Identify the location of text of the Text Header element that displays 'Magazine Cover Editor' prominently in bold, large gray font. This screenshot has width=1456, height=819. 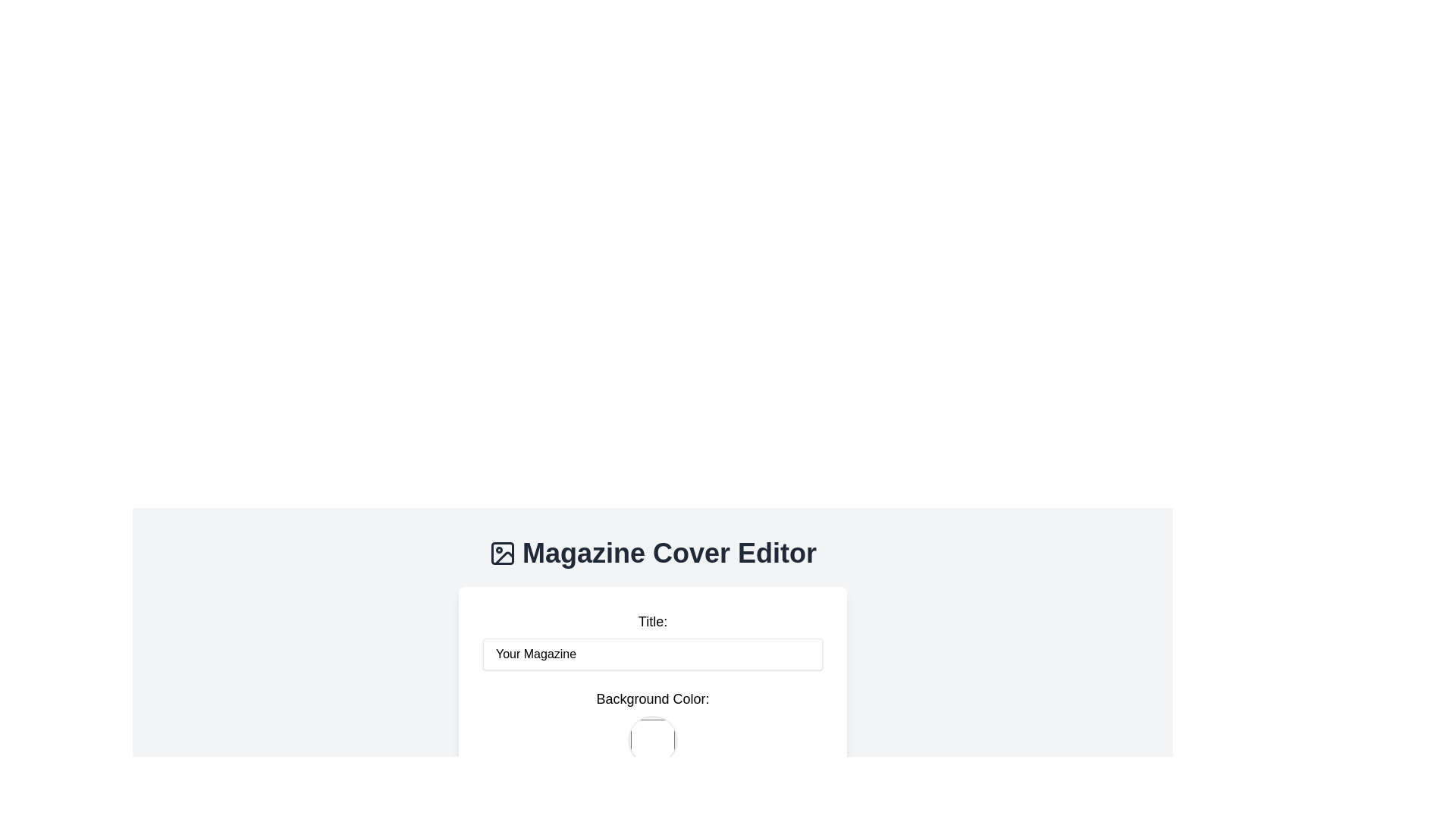
(652, 553).